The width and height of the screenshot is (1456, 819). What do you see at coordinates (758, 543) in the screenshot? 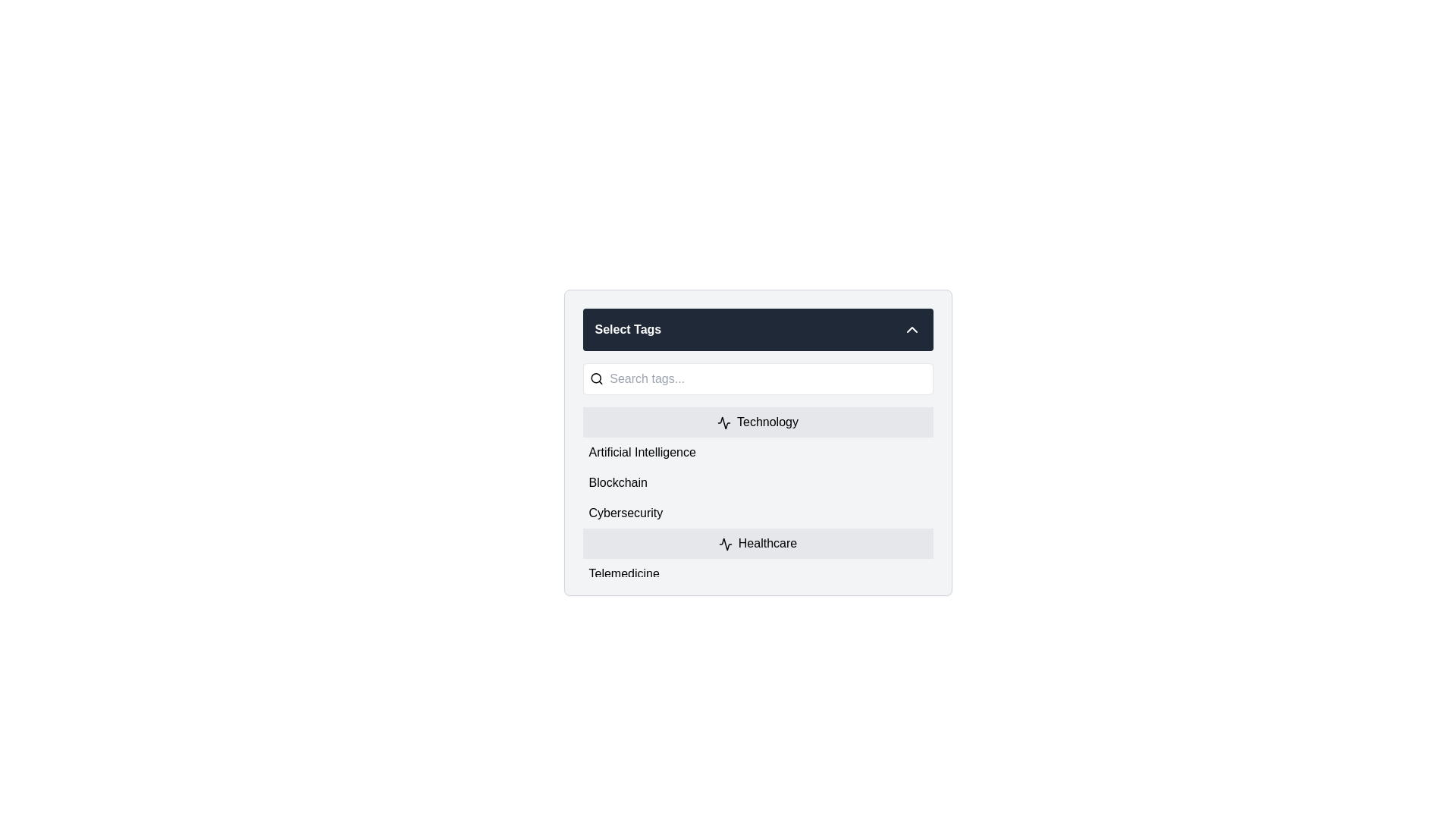
I see `the 'Healthcare' option in the dropdown menu under the 'Select Tags' section, which is the fourth option below 'Cybersecurity'` at bounding box center [758, 543].